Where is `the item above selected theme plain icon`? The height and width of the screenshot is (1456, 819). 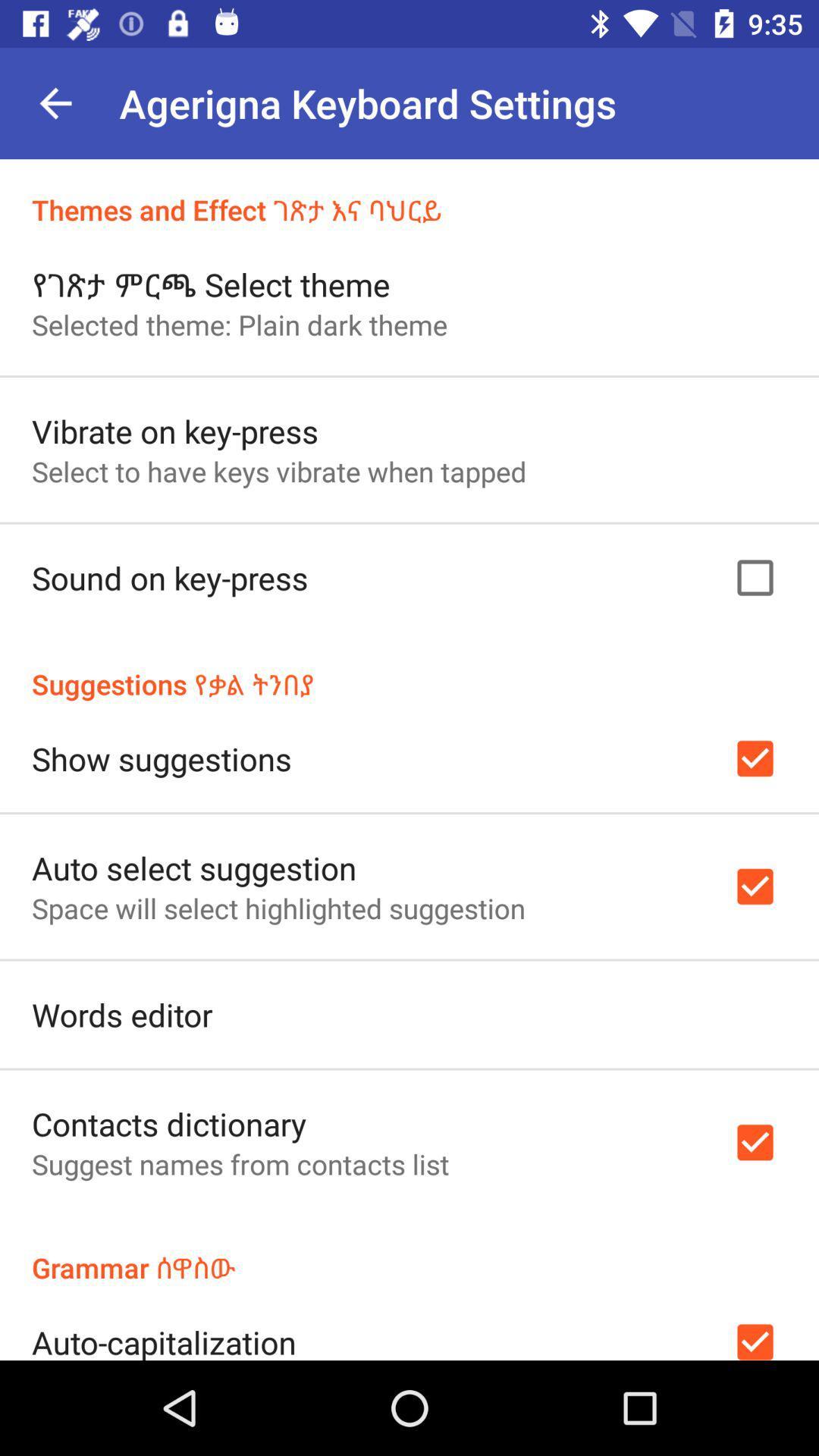
the item above selected theme plain icon is located at coordinates (211, 284).